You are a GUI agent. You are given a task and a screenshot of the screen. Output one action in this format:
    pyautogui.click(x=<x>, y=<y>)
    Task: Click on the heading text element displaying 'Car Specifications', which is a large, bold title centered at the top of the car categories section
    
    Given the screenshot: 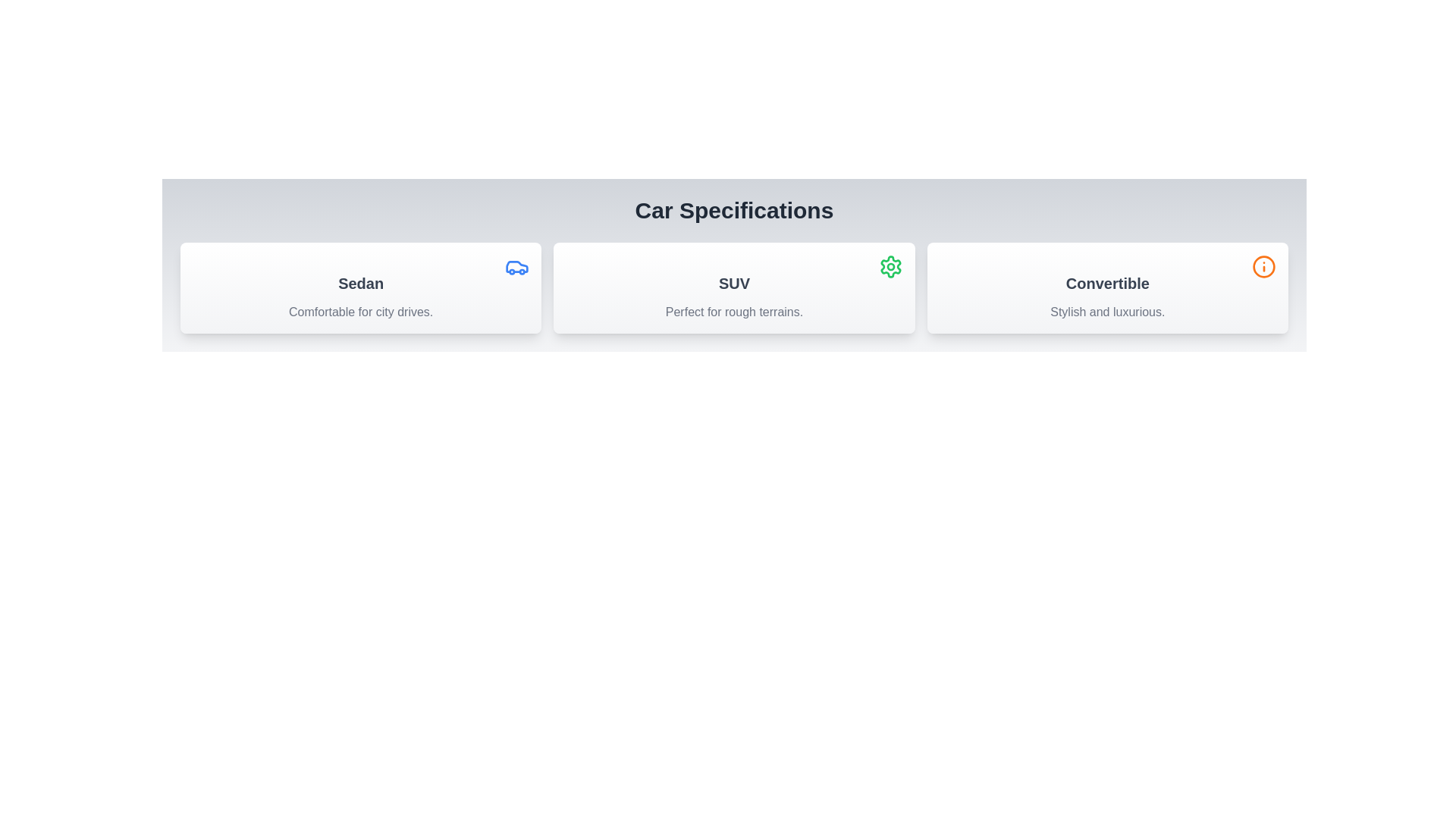 What is the action you would take?
    pyautogui.click(x=734, y=210)
    